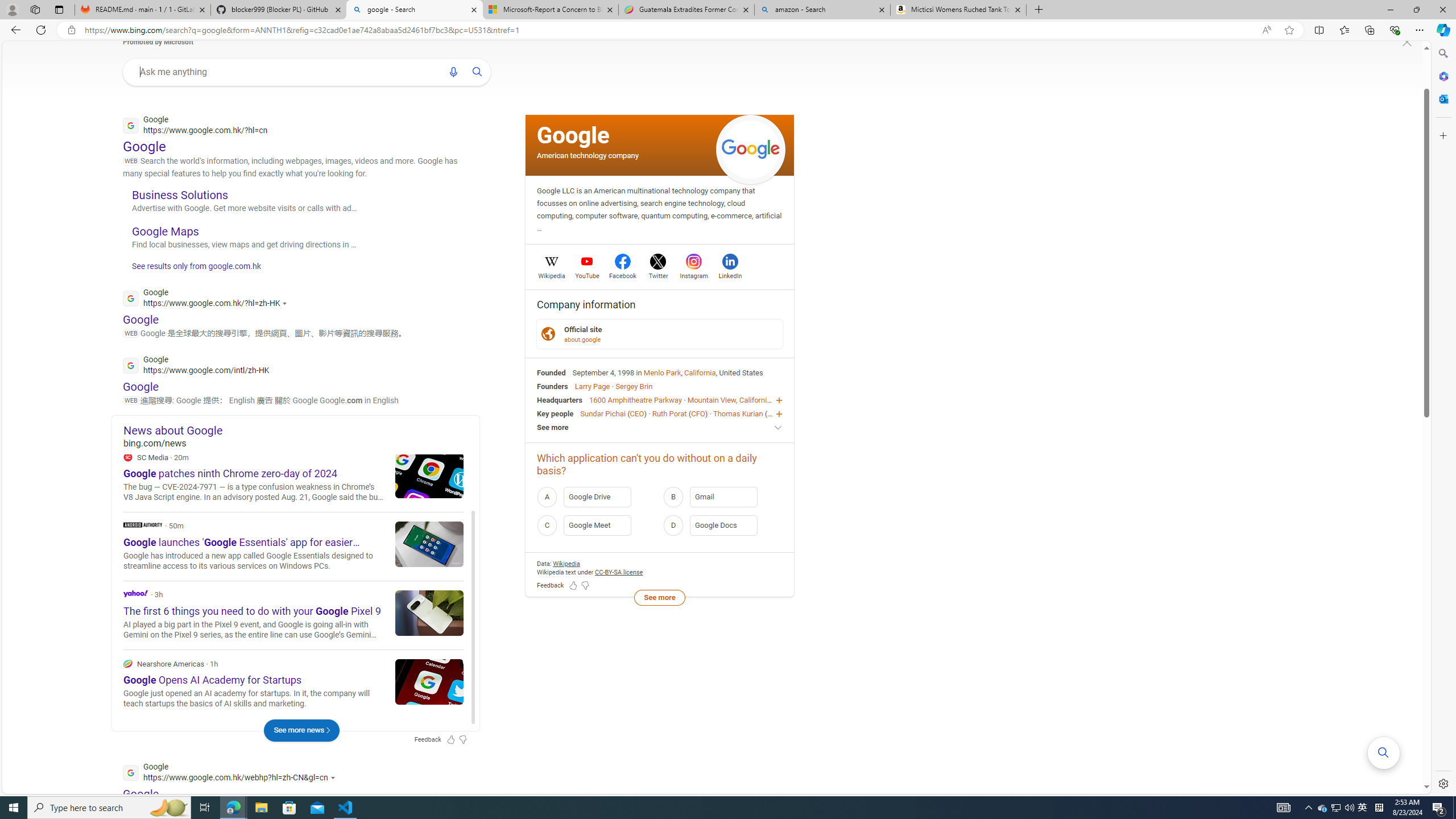  What do you see at coordinates (35, 9) in the screenshot?
I see `'Workspaces'` at bounding box center [35, 9].